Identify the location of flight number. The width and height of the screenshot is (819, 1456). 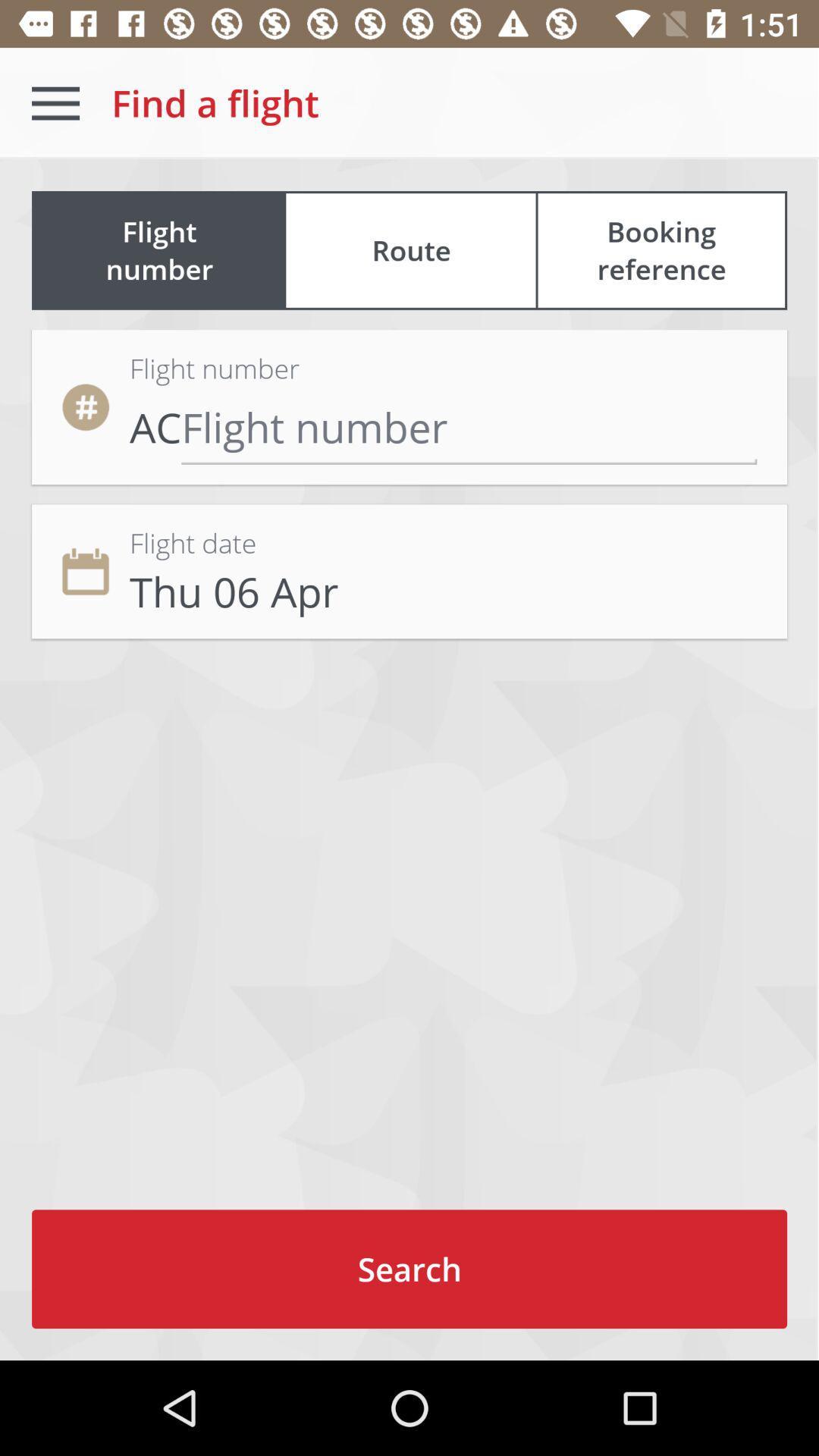
(468, 426).